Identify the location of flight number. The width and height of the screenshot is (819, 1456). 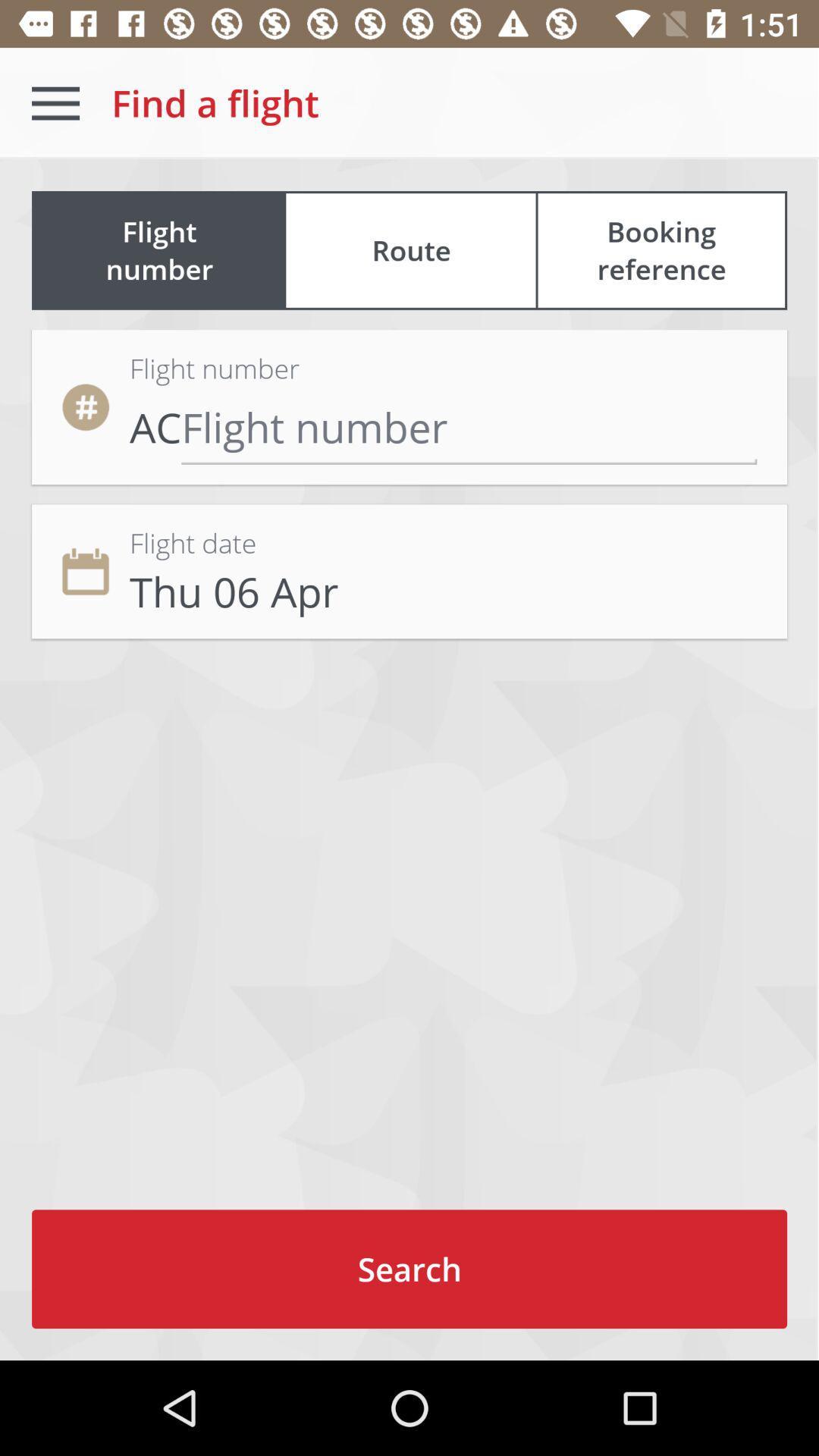
(468, 426).